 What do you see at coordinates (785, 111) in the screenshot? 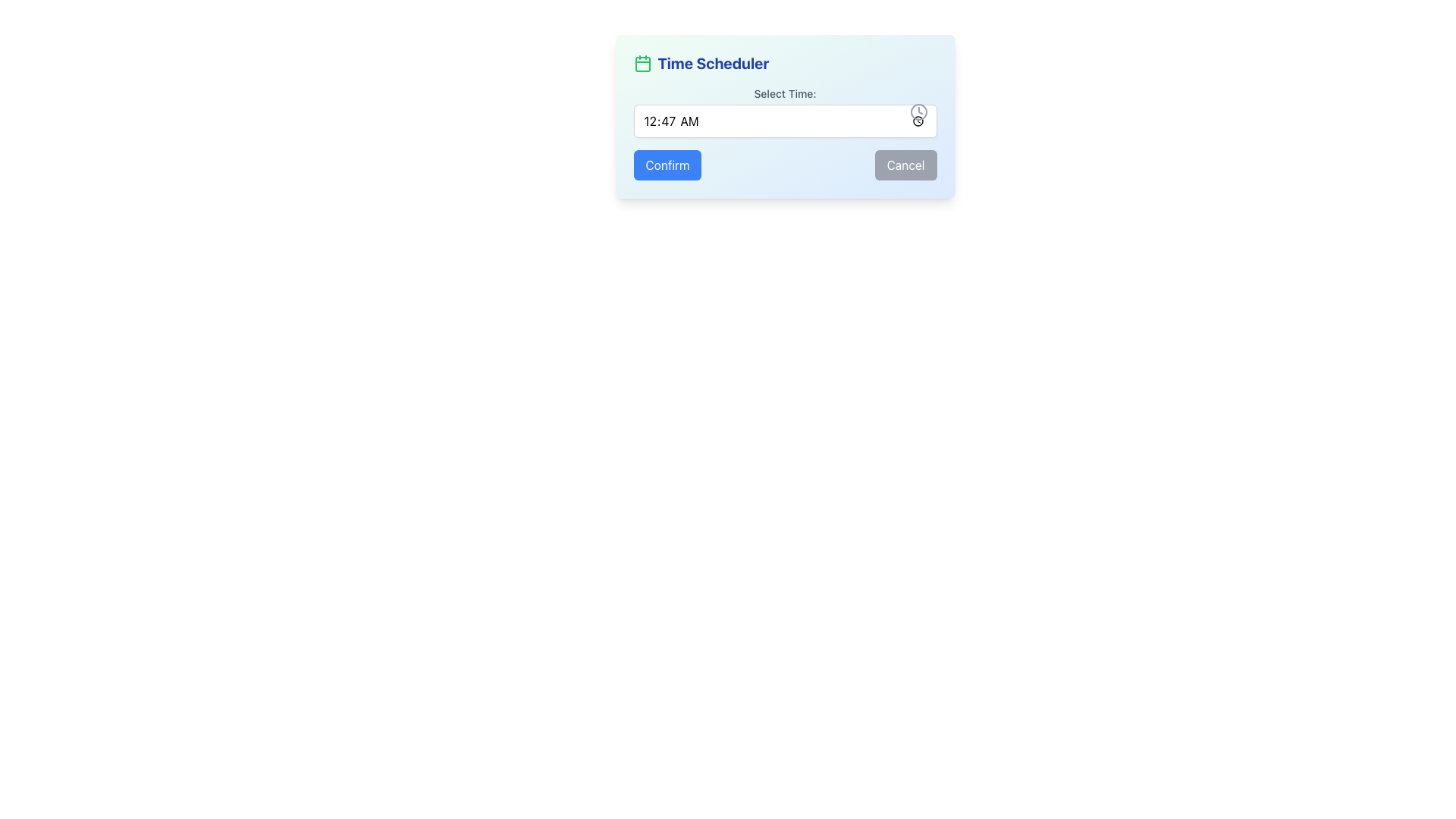
I see `the Time Selector input field located below the 'Time Scheduler' title` at bounding box center [785, 111].